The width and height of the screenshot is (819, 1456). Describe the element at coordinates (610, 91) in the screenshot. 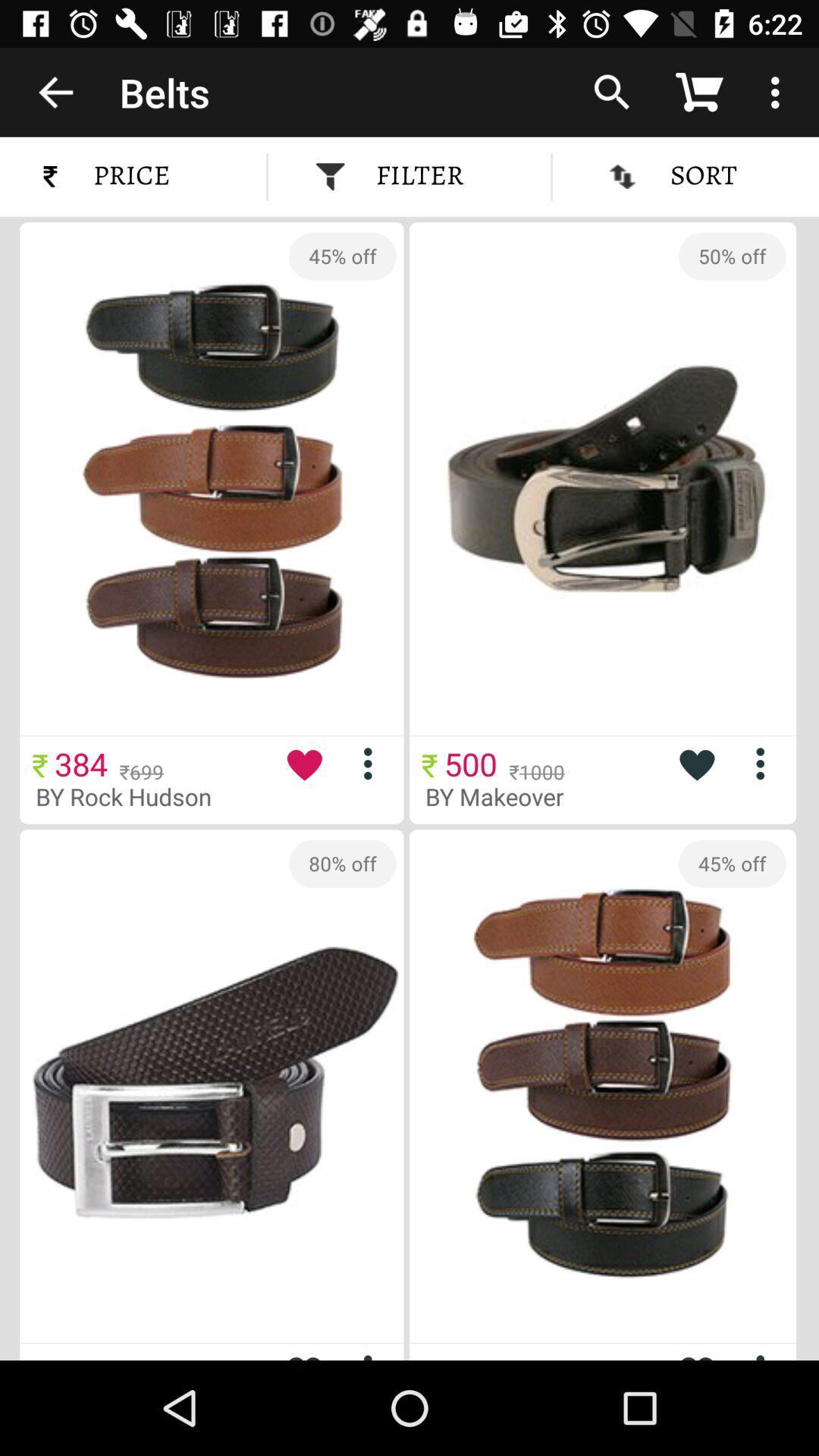

I see `icon above the sort item` at that location.